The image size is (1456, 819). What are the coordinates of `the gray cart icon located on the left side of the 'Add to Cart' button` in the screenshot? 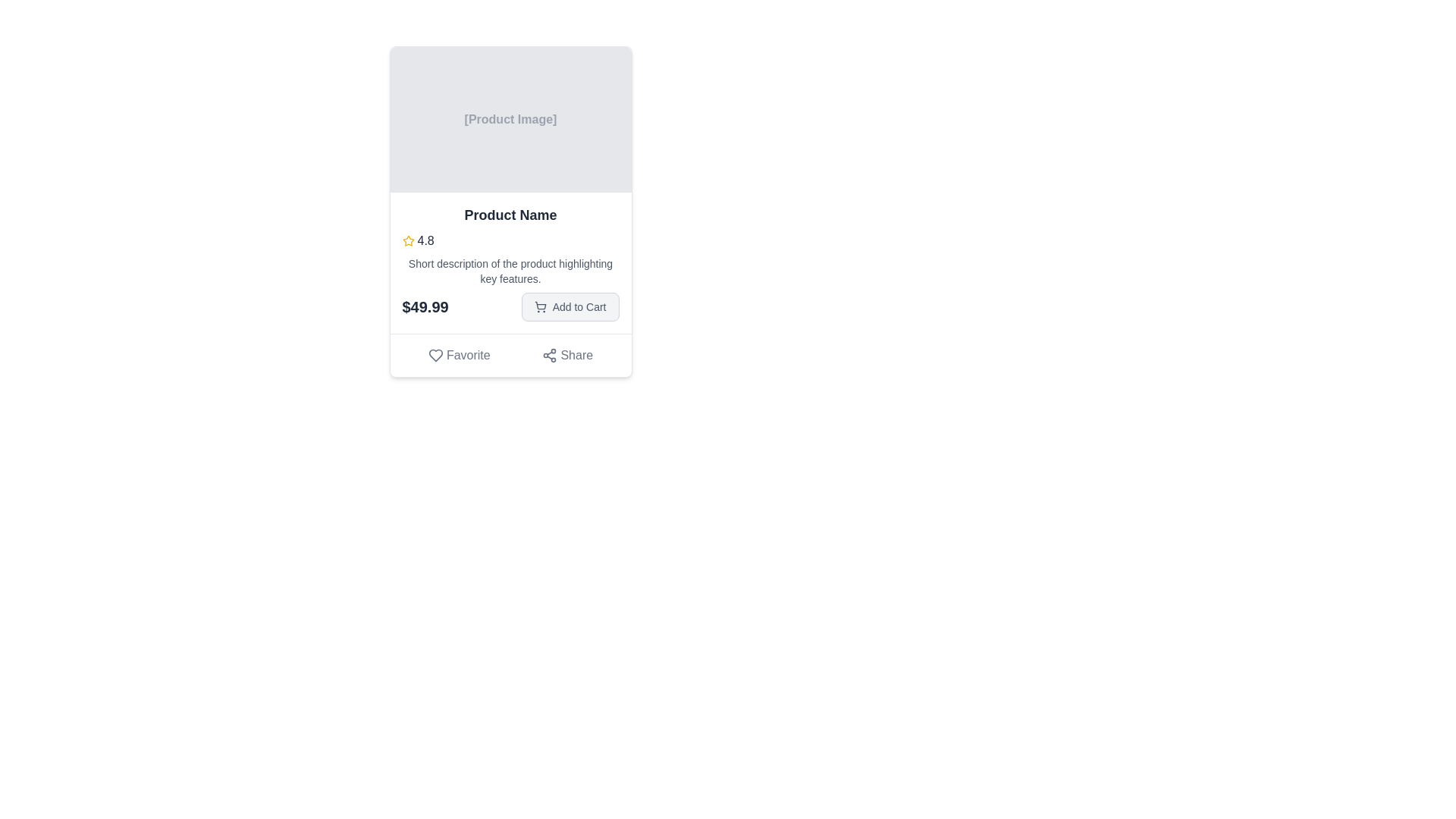 It's located at (540, 307).